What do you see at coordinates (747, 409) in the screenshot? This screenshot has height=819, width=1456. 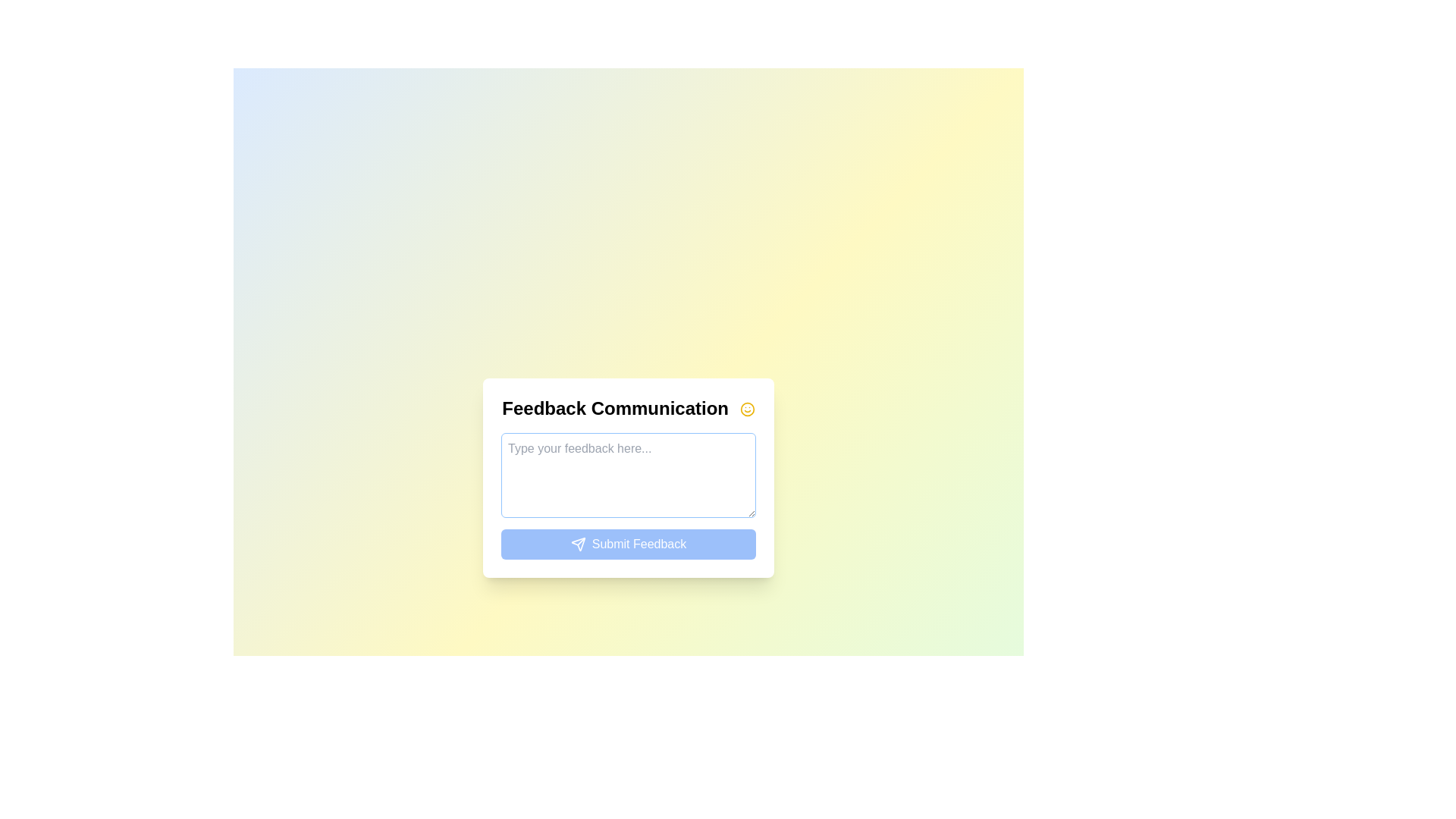 I see `the yellow circular smiley face icon located to the right of the 'Feedback Communication' title text` at bounding box center [747, 409].